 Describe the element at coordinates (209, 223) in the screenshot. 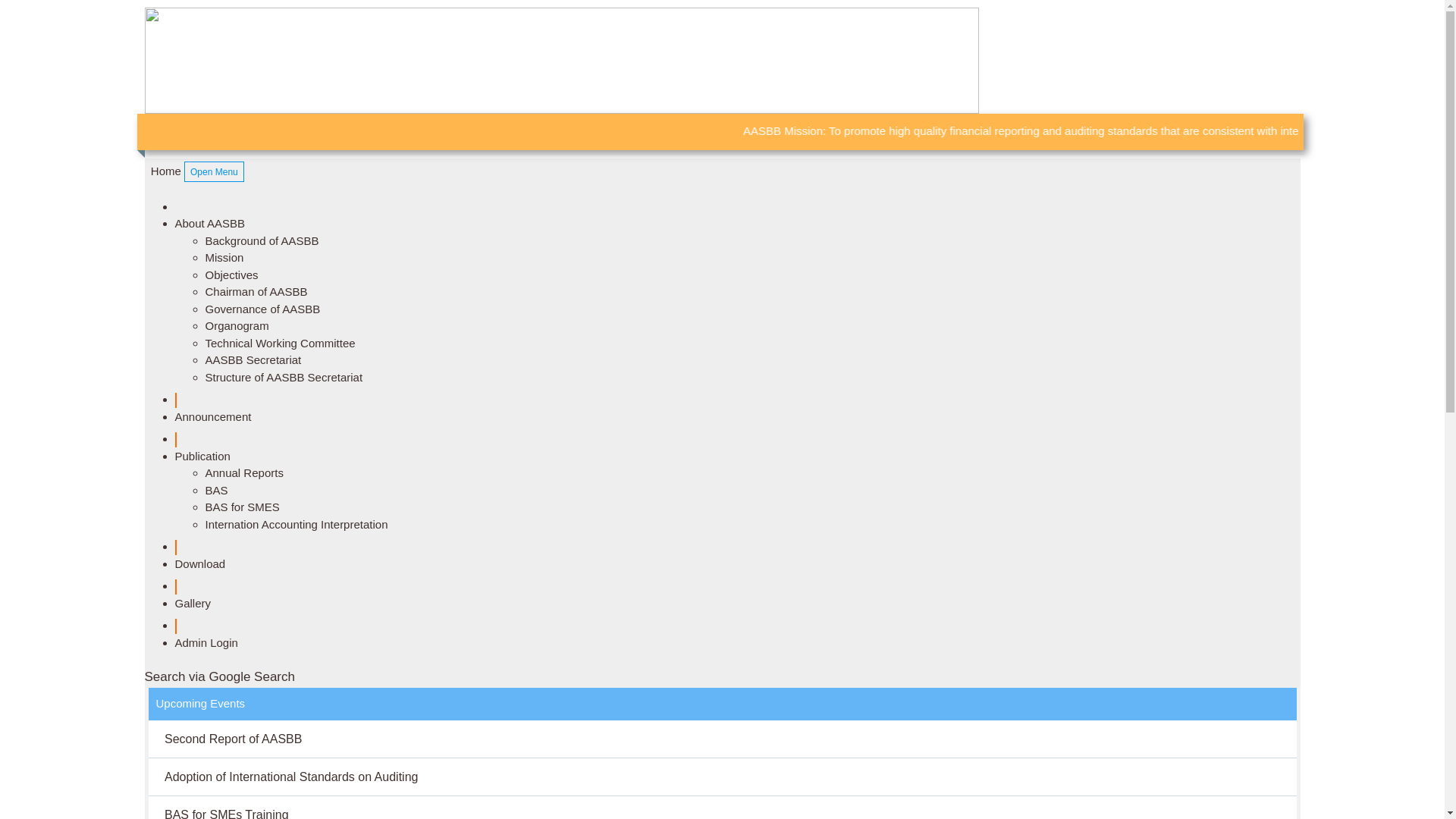

I see `'About AASBB'` at that location.